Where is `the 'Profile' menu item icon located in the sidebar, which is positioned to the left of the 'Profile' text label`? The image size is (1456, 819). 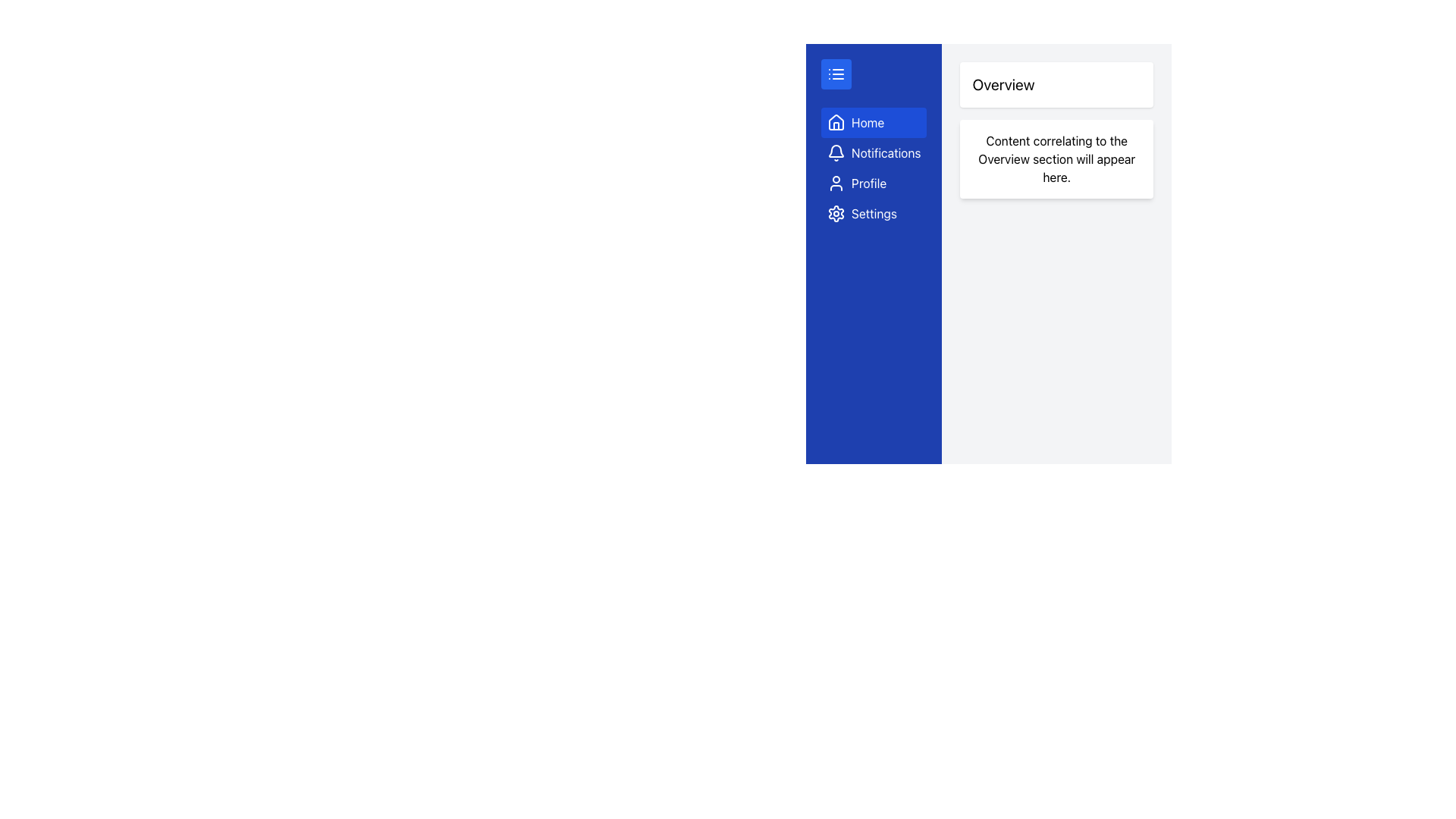
the 'Profile' menu item icon located in the sidebar, which is positioned to the left of the 'Profile' text label is located at coordinates (836, 183).